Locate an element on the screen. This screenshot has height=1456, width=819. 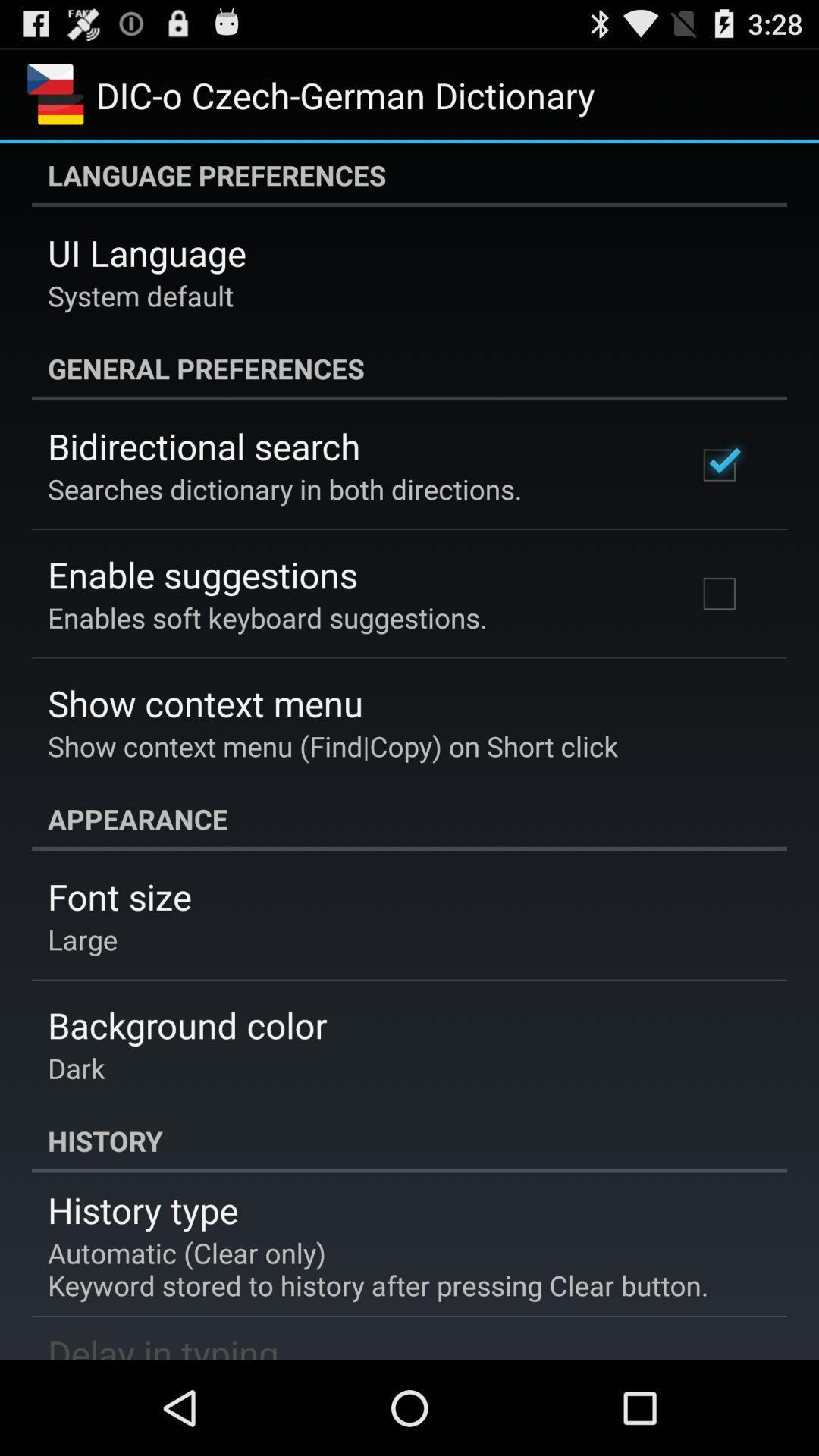
app above dark app is located at coordinates (187, 1025).